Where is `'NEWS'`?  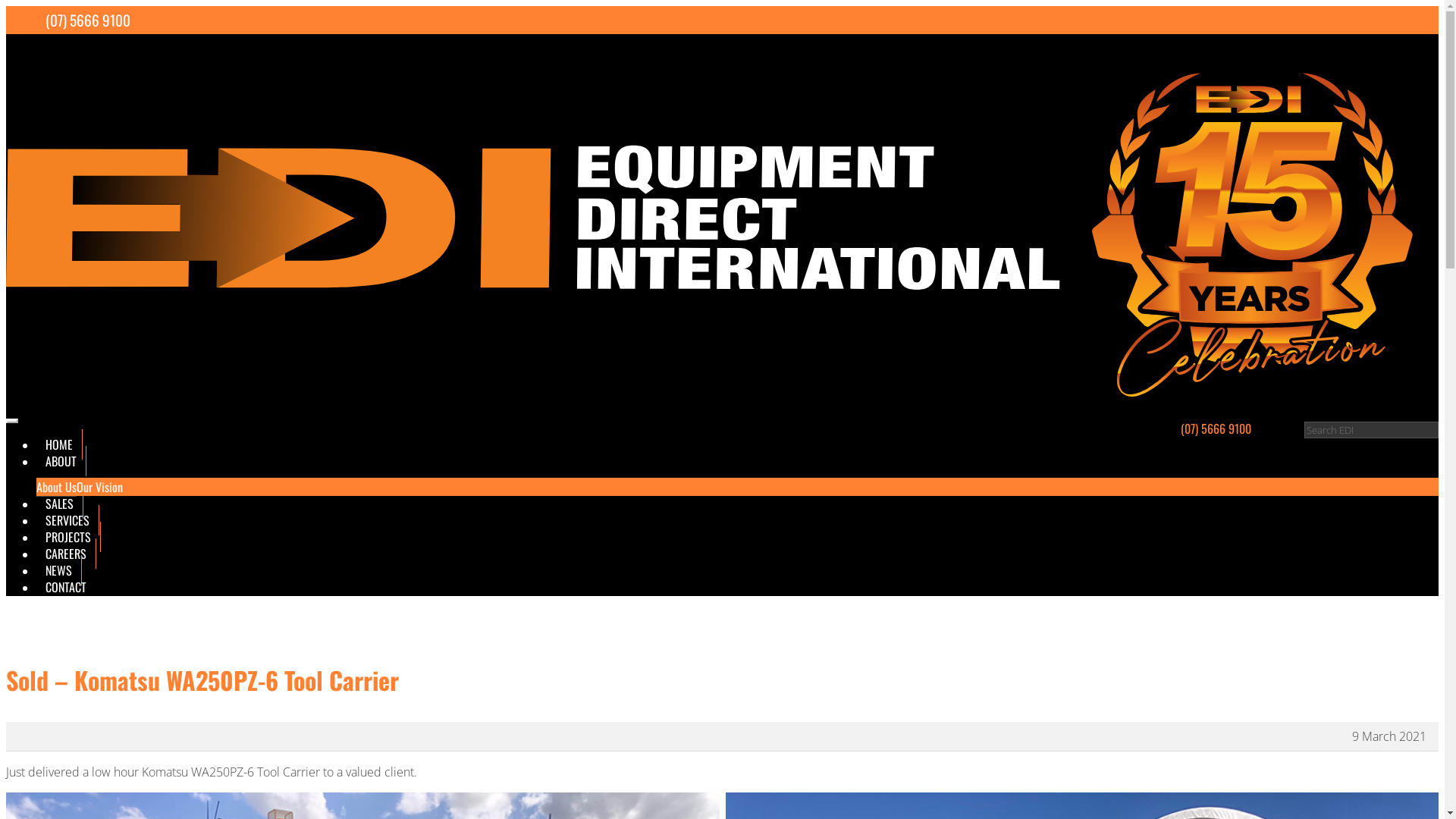 'NEWS' is located at coordinates (36, 570).